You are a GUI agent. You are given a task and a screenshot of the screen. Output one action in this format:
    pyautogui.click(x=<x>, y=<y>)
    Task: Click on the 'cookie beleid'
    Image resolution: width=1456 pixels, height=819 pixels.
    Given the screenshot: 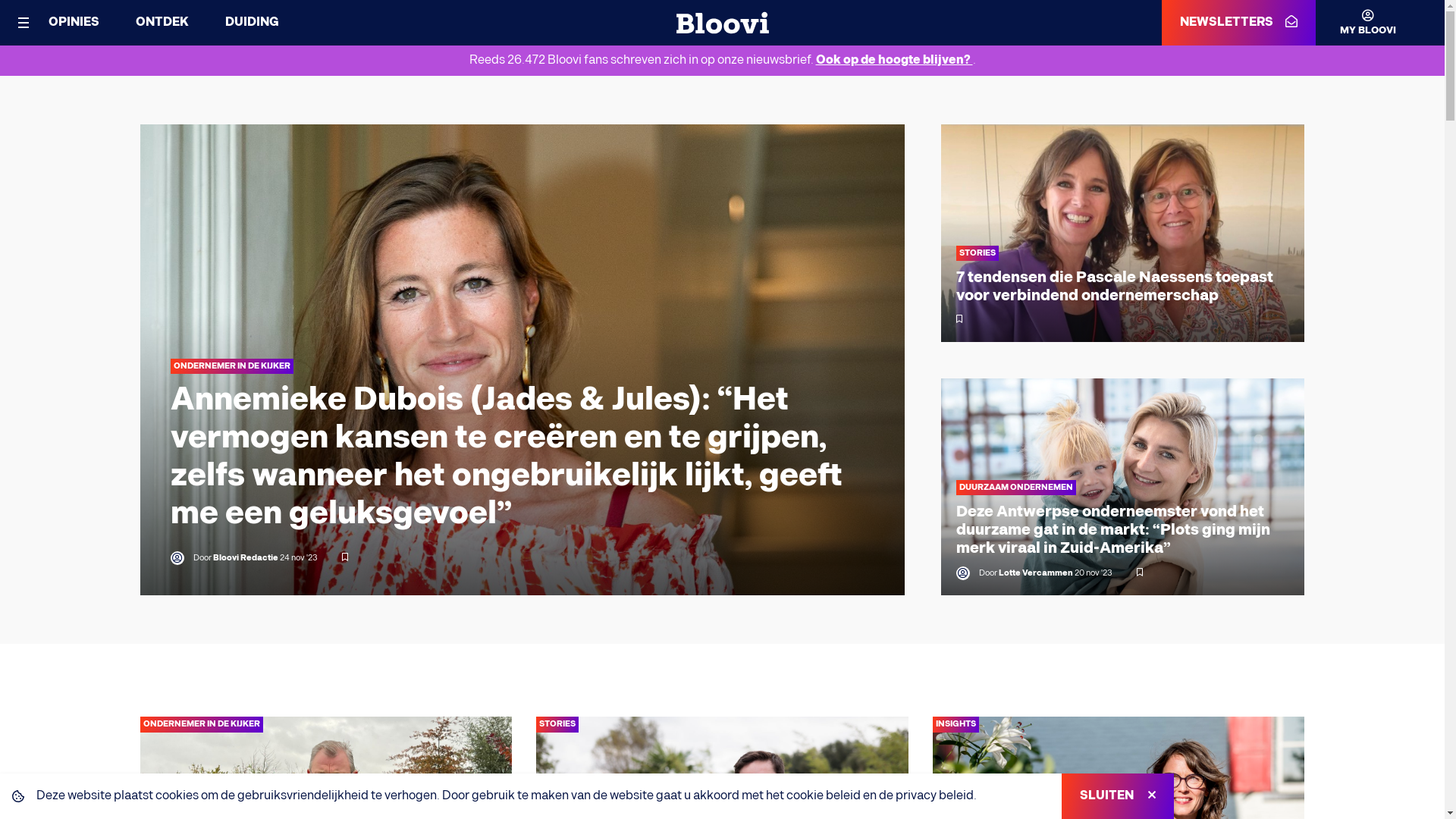 What is the action you would take?
    pyautogui.click(x=822, y=795)
    